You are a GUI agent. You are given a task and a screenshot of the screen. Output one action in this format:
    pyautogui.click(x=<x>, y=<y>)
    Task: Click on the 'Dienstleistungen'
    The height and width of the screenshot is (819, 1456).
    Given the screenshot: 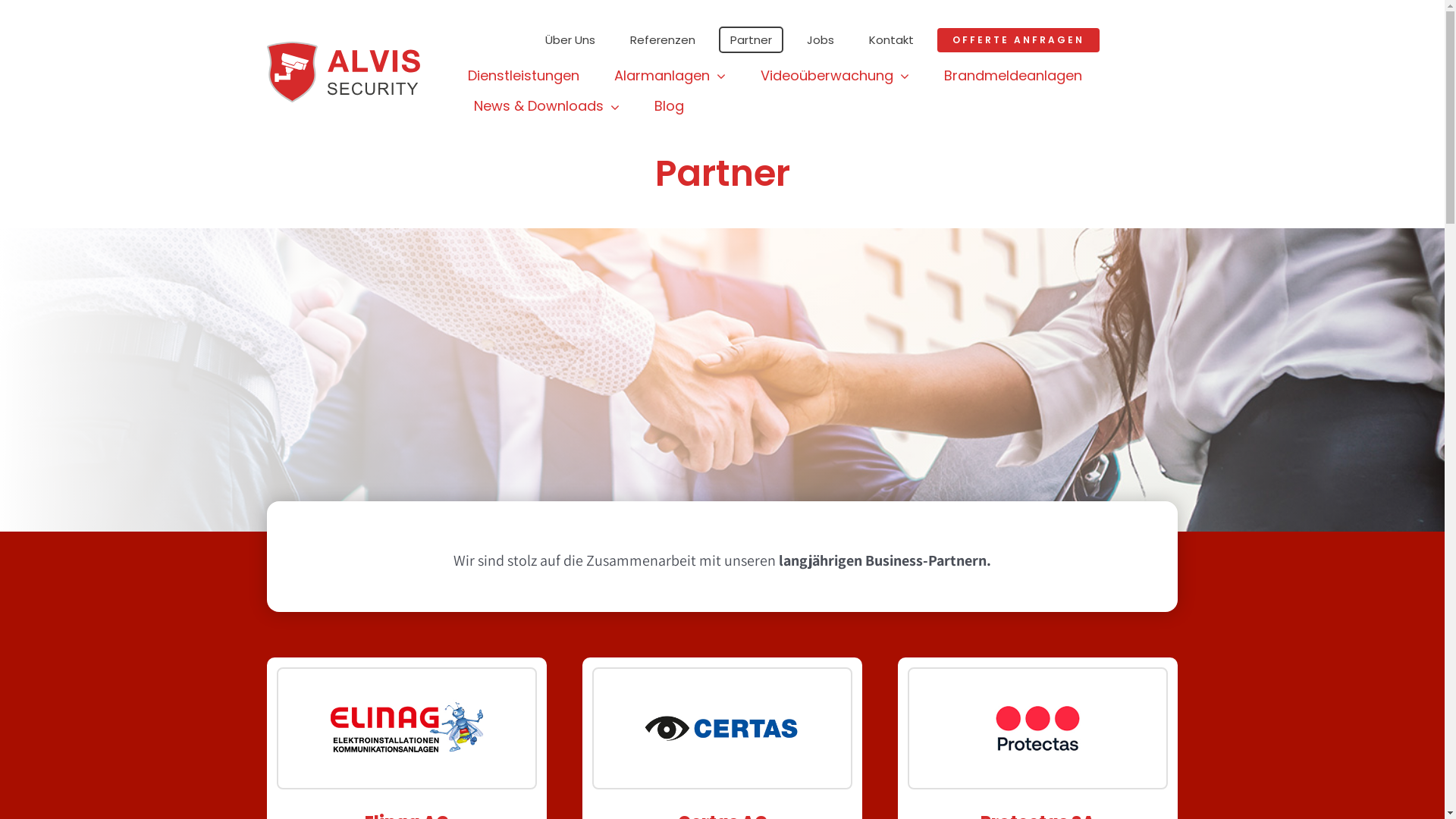 What is the action you would take?
    pyautogui.click(x=523, y=76)
    